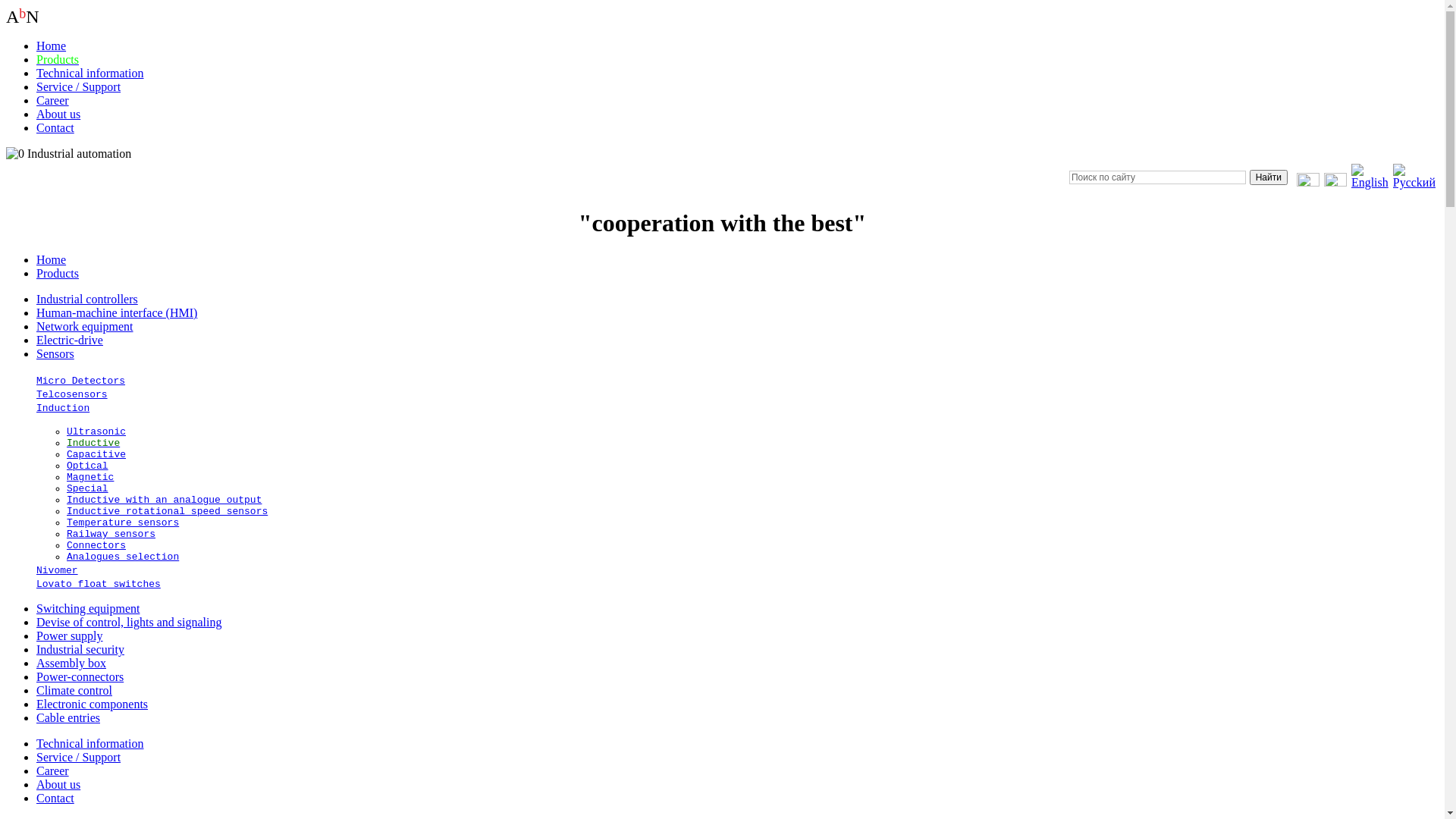 The width and height of the screenshot is (1456, 819). I want to click on 'Career', so click(52, 770).